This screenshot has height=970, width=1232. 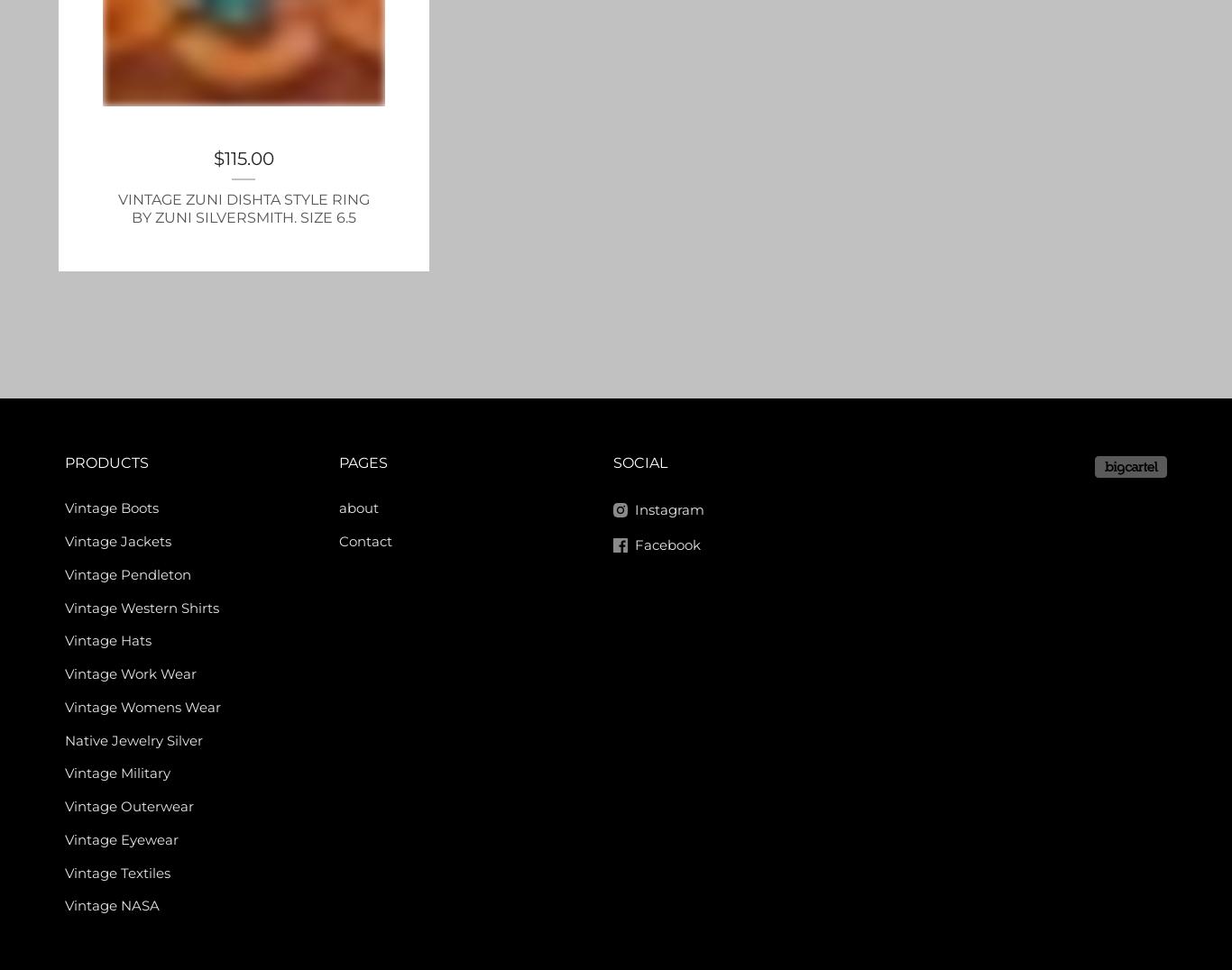 I want to click on 'Vintage Textiles', so click(x=116, y=872).